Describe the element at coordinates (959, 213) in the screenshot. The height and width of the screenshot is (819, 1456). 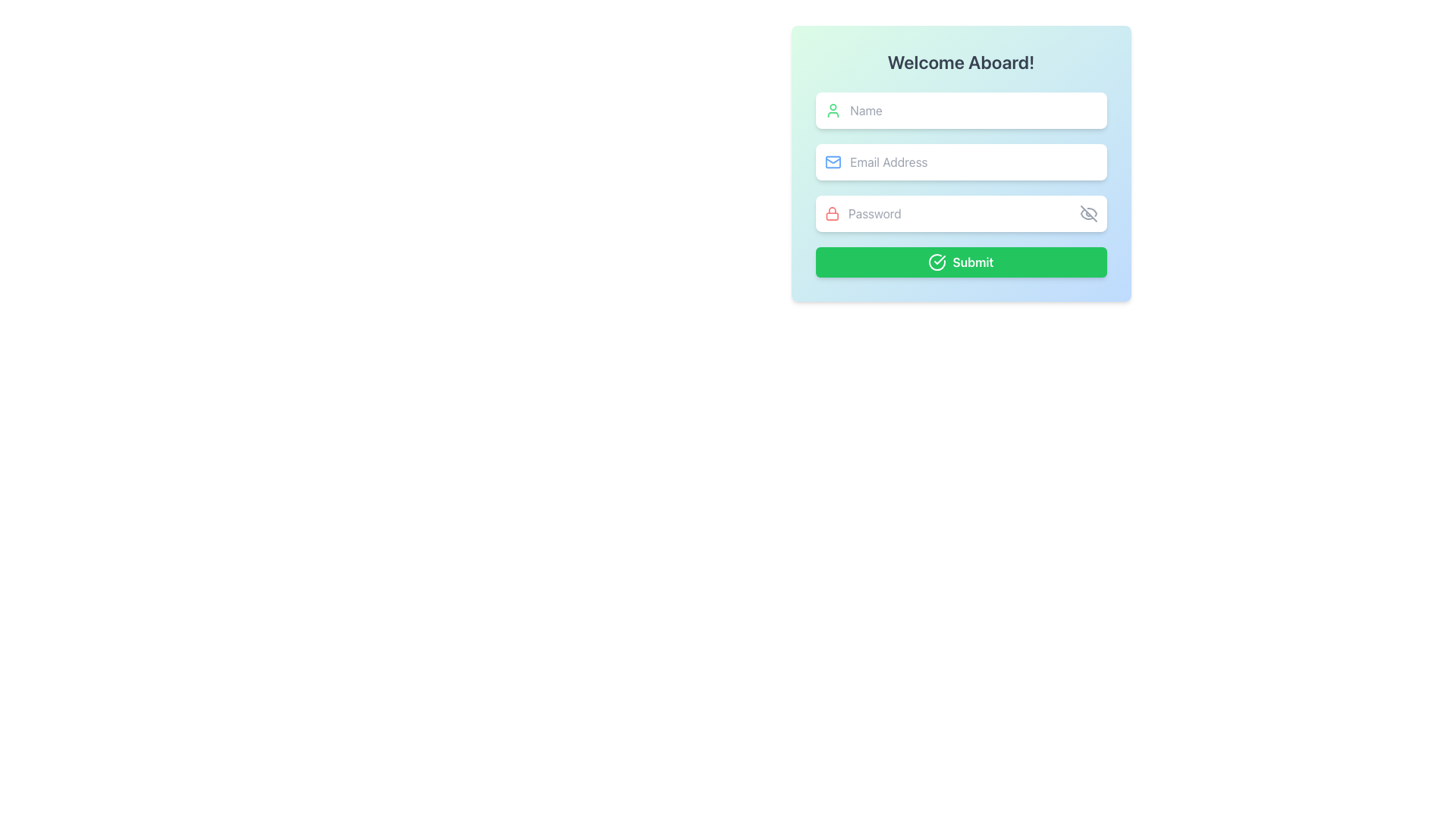
I see `the 'Password' input field` at that location.